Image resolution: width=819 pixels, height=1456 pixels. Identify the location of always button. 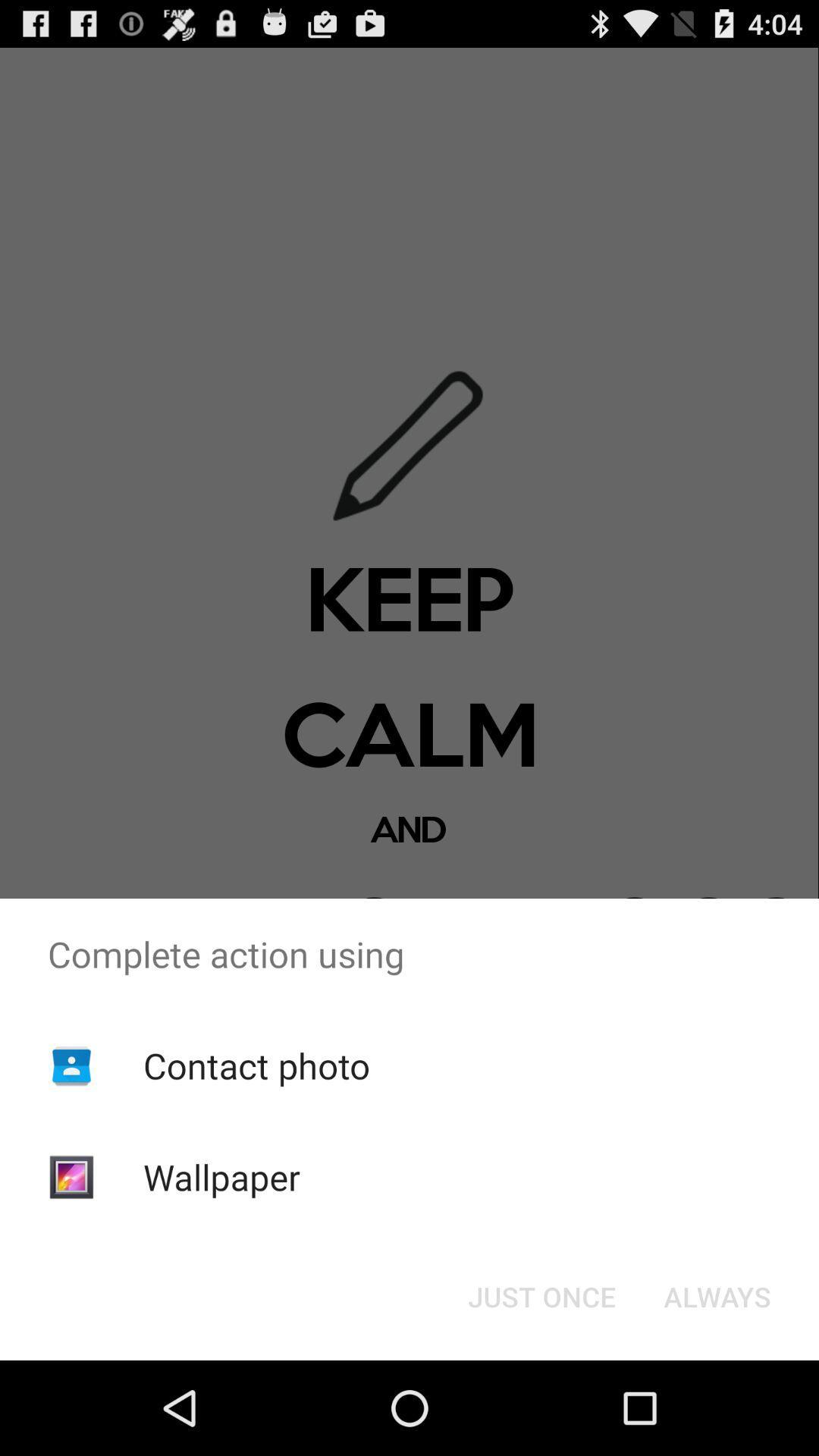
(717, 1295).